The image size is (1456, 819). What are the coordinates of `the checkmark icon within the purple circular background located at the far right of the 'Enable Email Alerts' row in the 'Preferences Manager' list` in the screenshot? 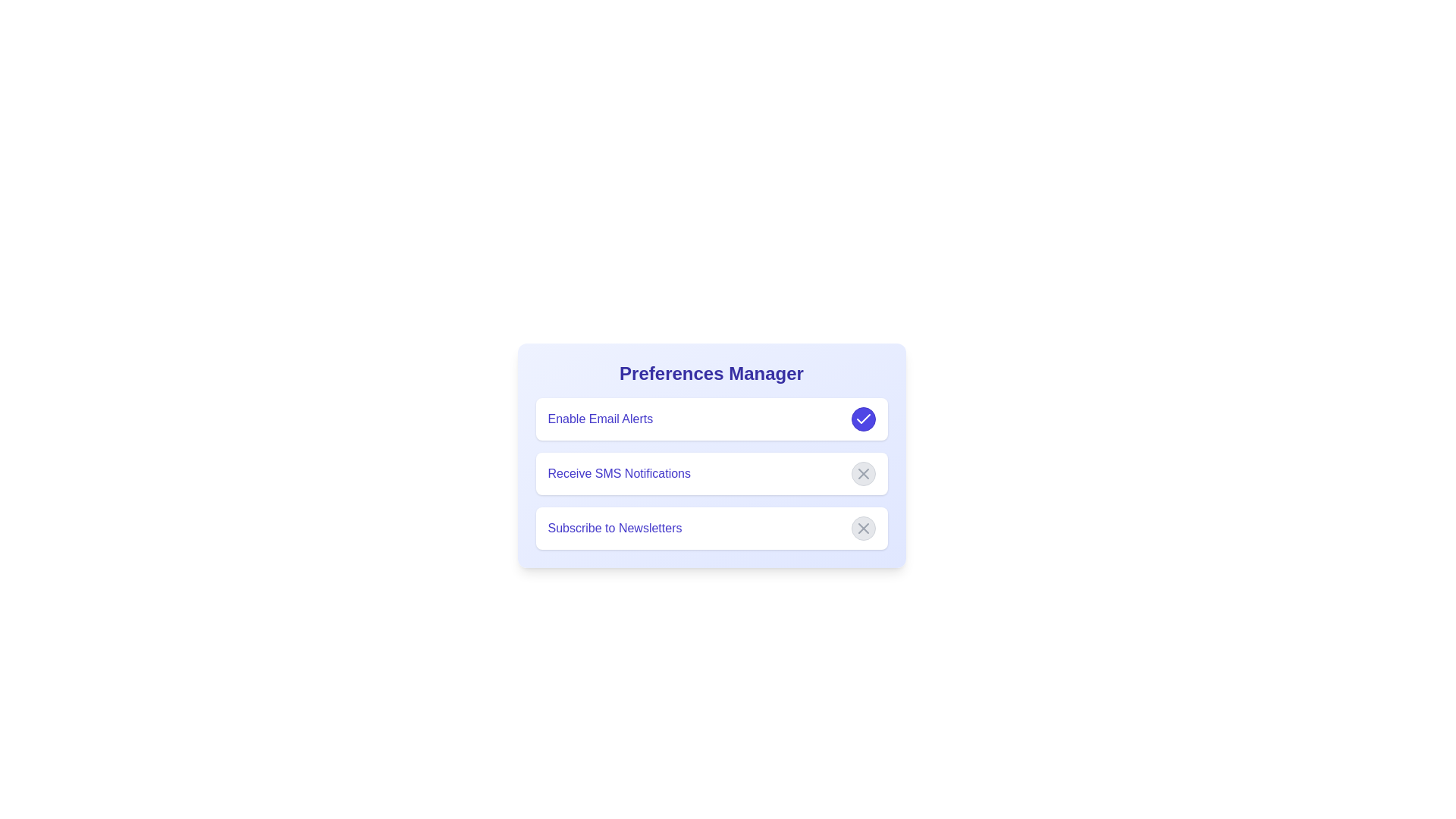 It's located at (863, 419).